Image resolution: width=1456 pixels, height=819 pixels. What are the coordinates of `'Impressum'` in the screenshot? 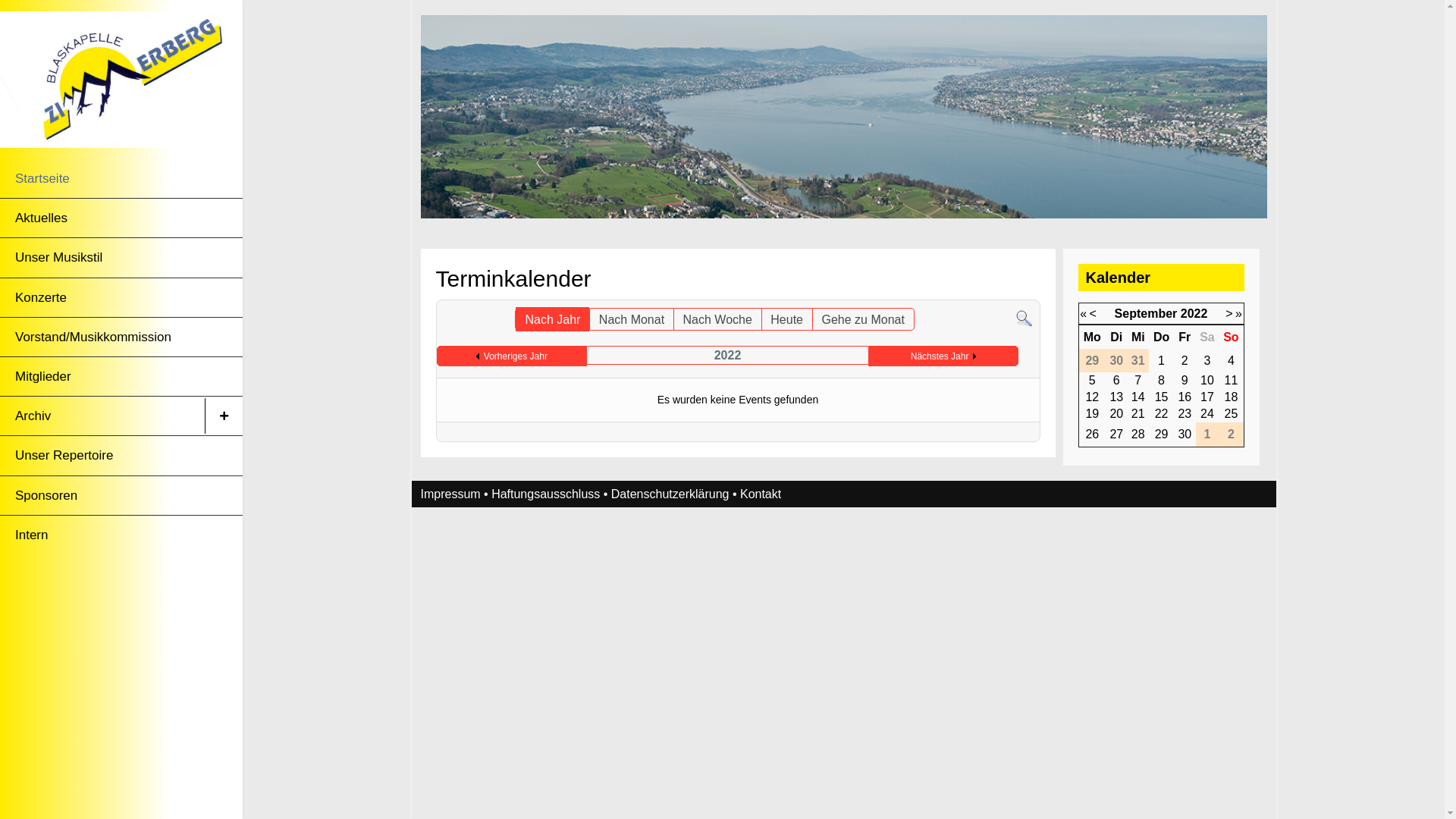 It's located at (449, 494).